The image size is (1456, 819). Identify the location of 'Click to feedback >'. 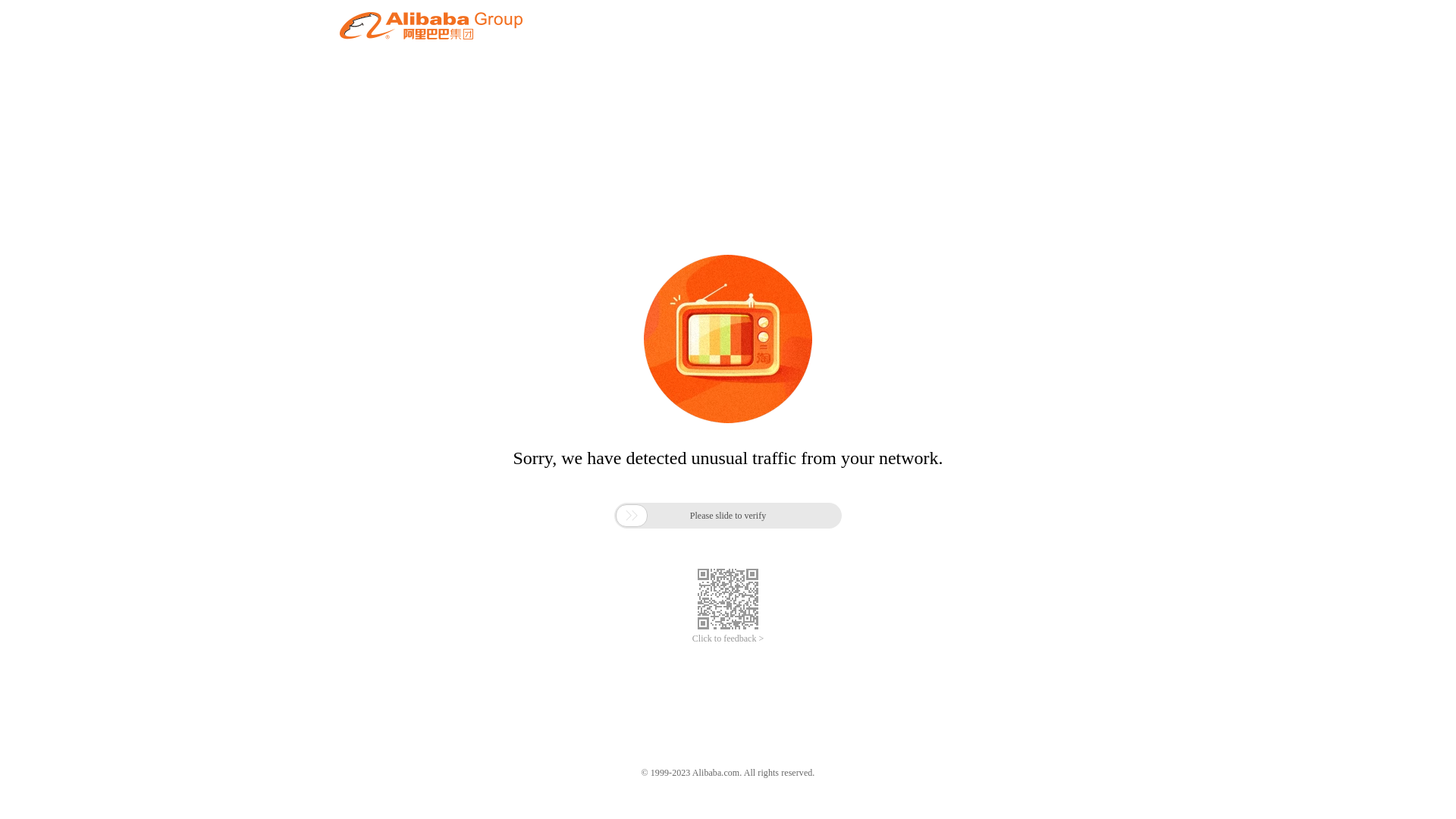
(728, 639).